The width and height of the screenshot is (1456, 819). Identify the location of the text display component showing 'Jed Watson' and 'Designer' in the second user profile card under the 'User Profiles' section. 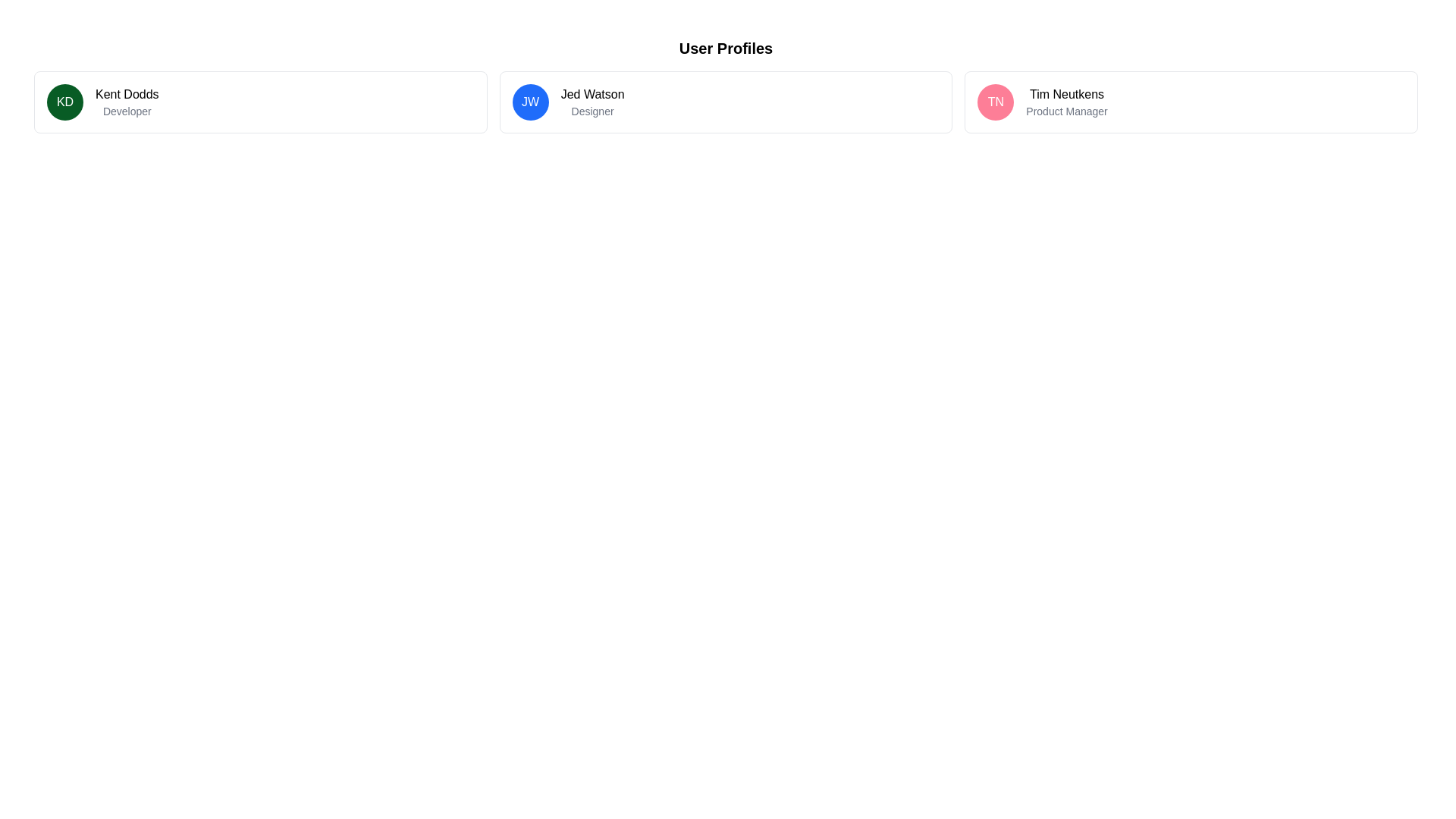
(591, 102).